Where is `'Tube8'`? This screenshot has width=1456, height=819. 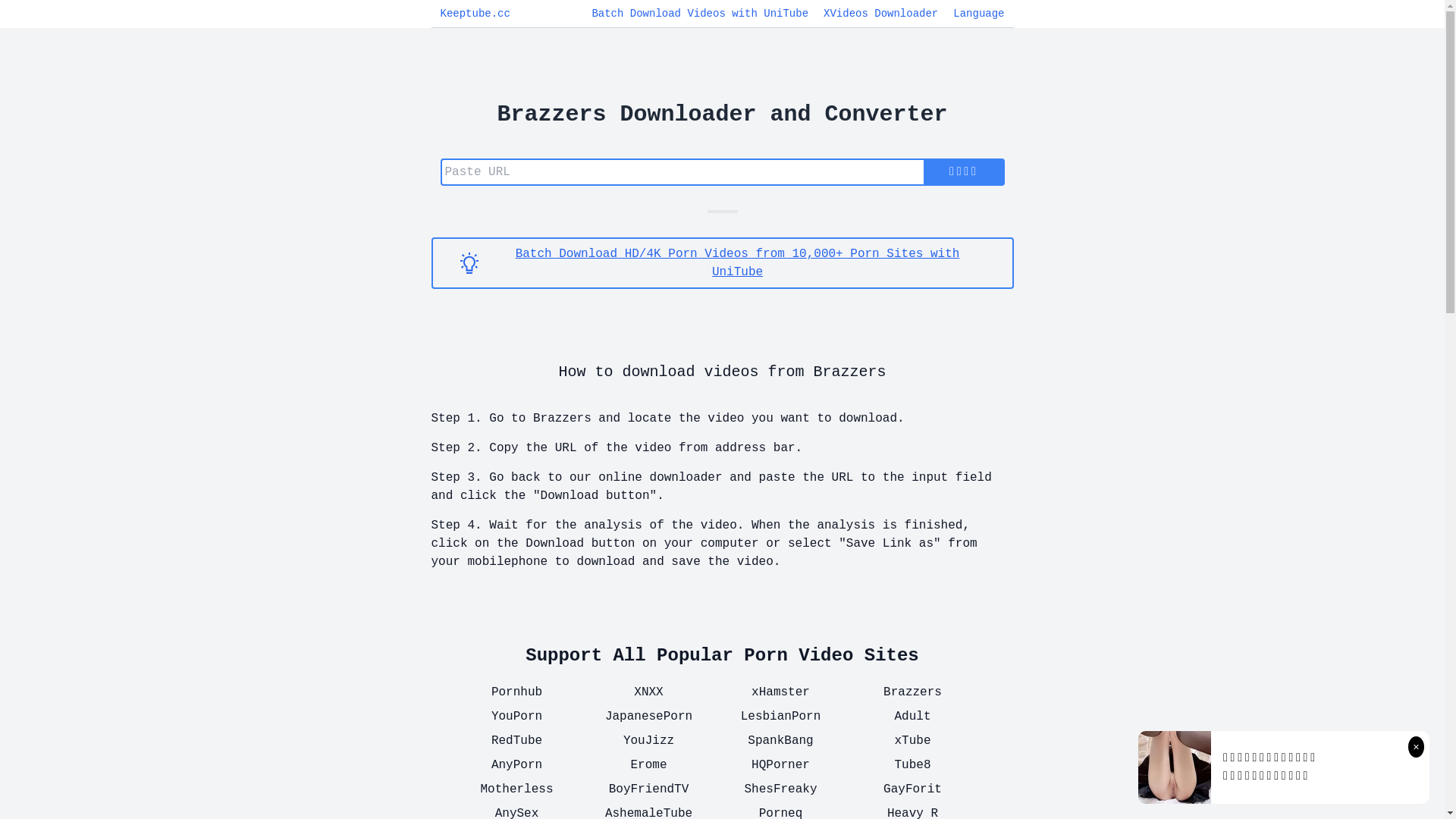 'Tube8' is located at coordinates (912, 765).